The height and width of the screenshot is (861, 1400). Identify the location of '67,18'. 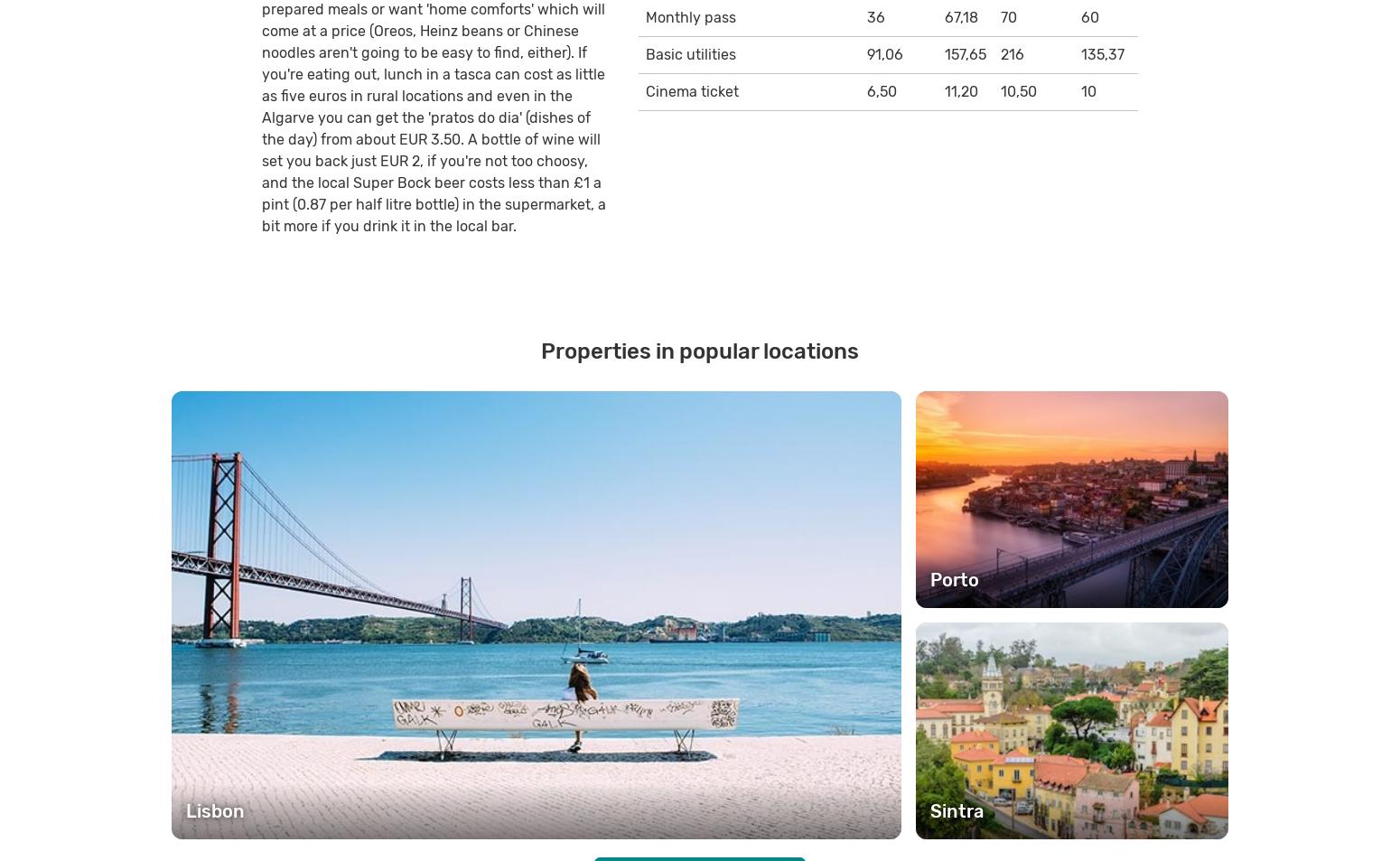
(960, 15).